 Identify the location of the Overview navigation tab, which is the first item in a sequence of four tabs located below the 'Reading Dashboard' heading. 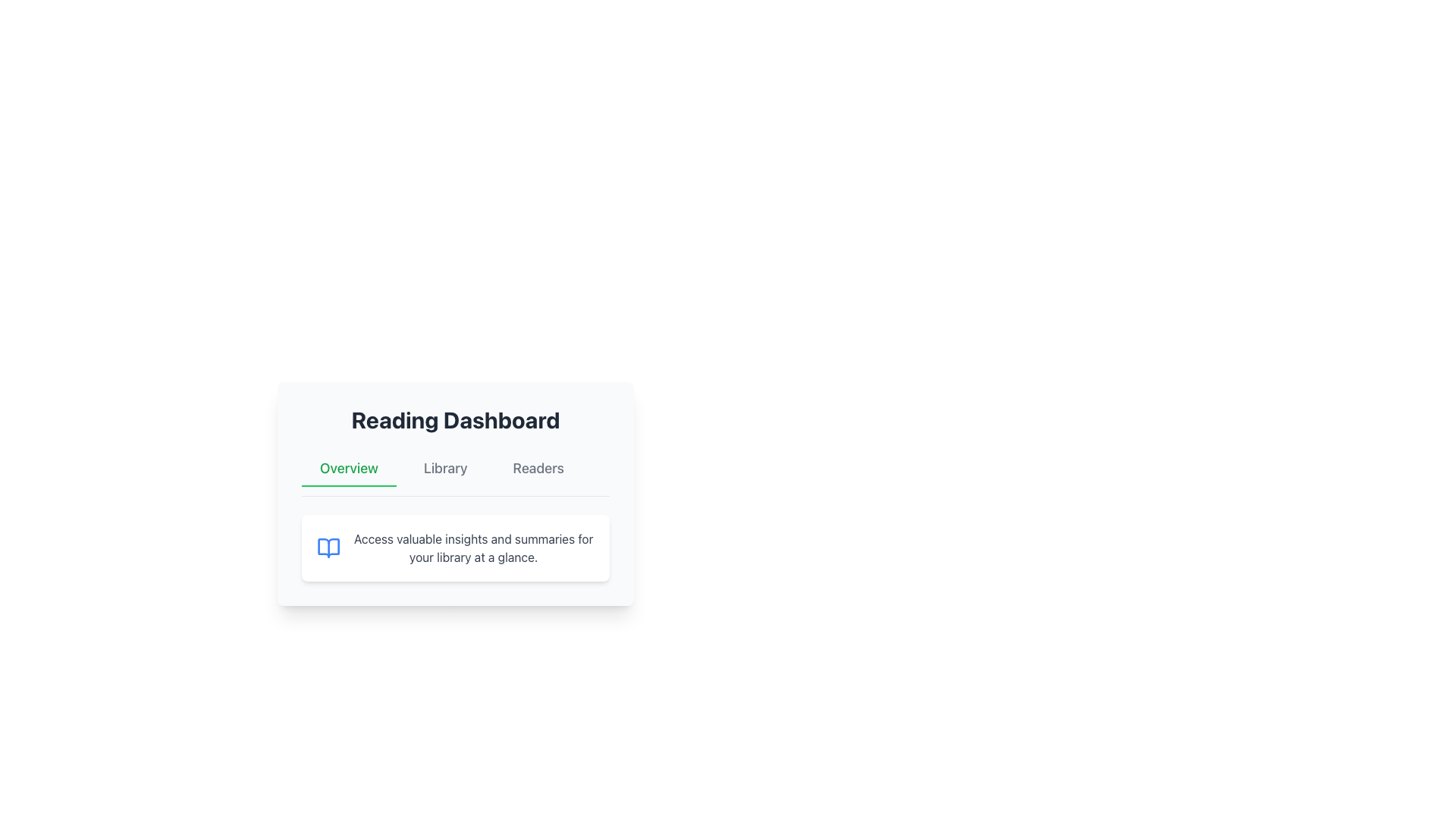
(348, 468).